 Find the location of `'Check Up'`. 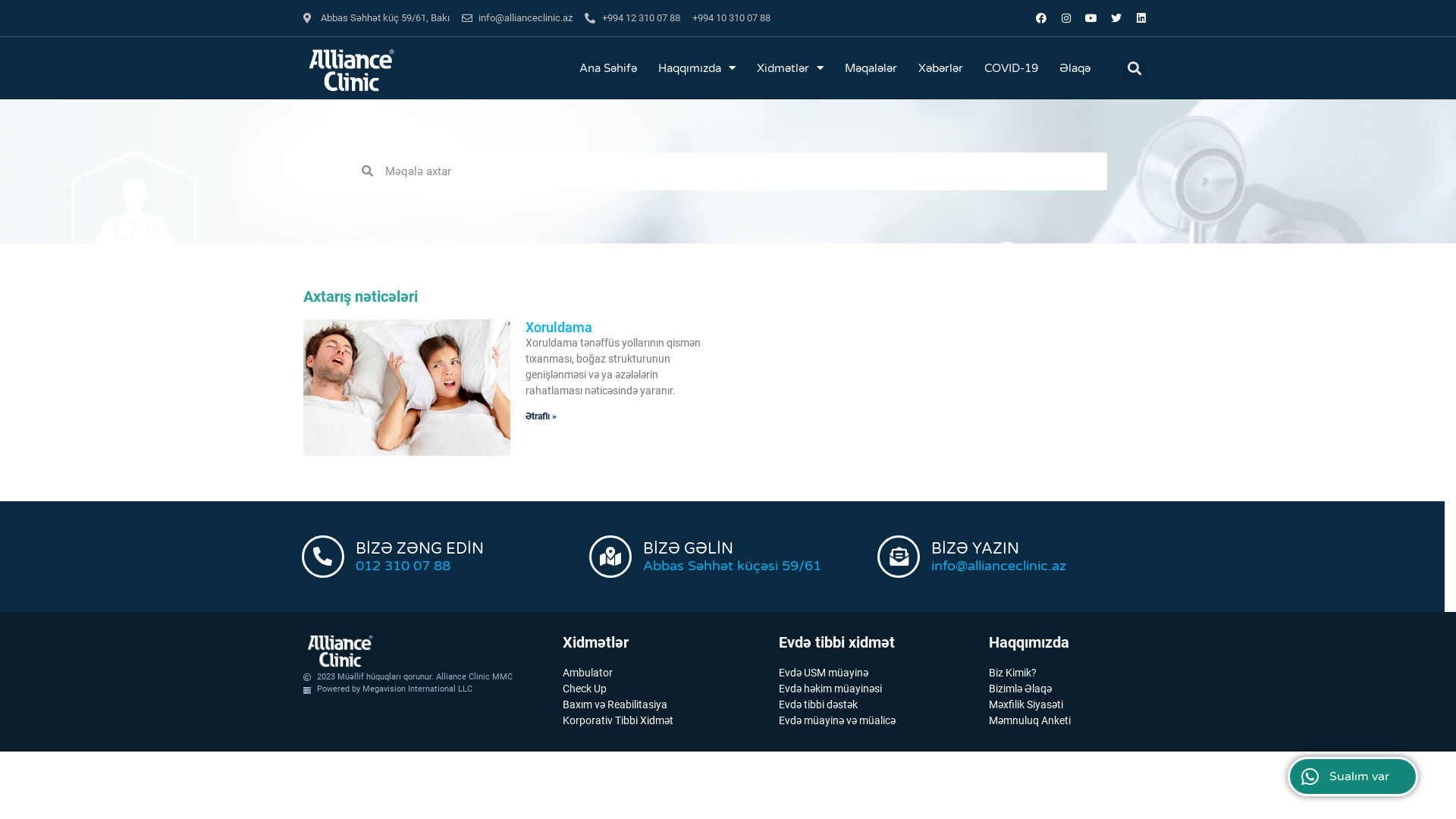

'Check Up' is located at coordinates (562, 689).